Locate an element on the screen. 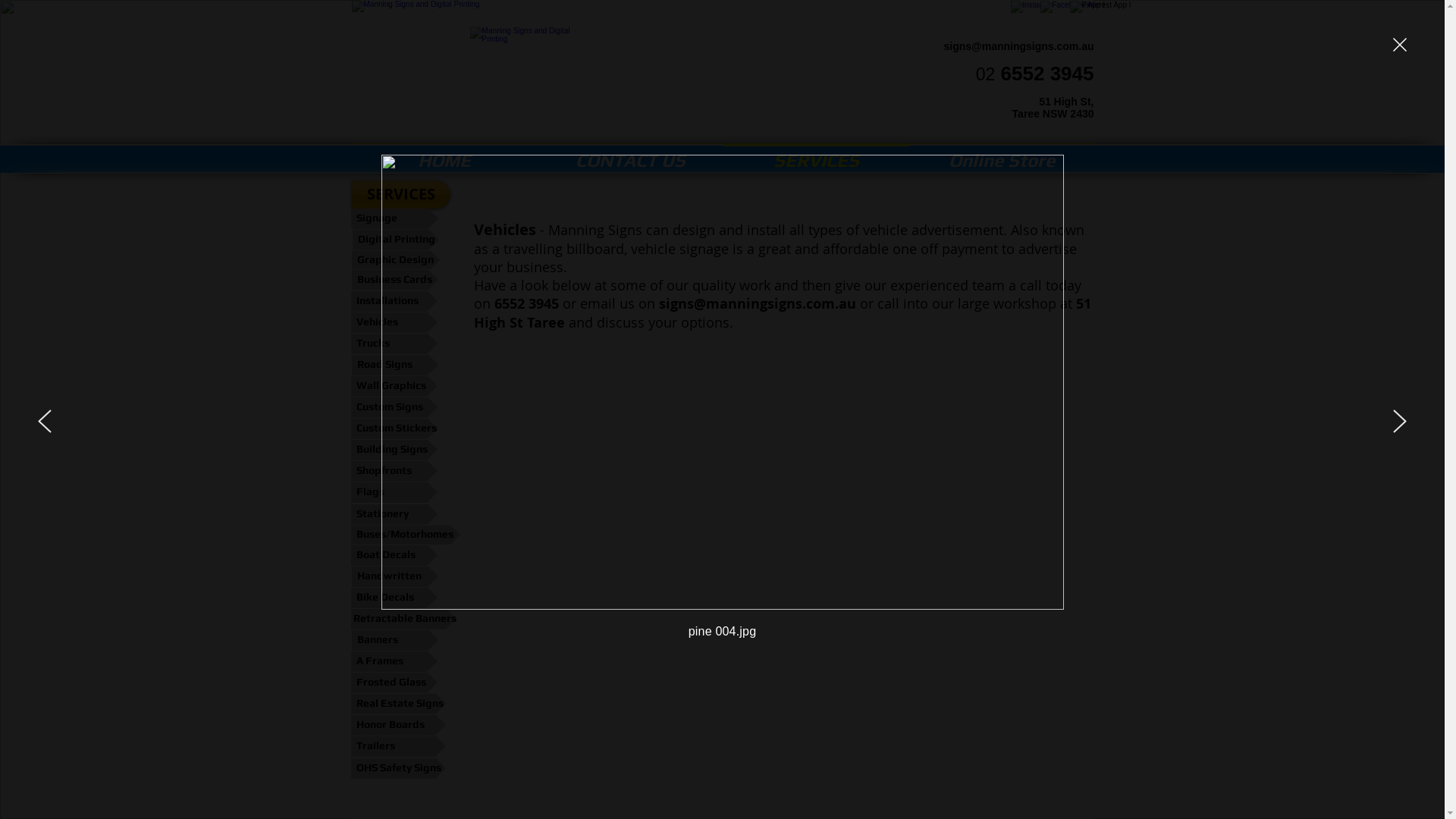 This screenshot has width=1456, height=819. 'Handwritten' is located at coordinates (351, 576).